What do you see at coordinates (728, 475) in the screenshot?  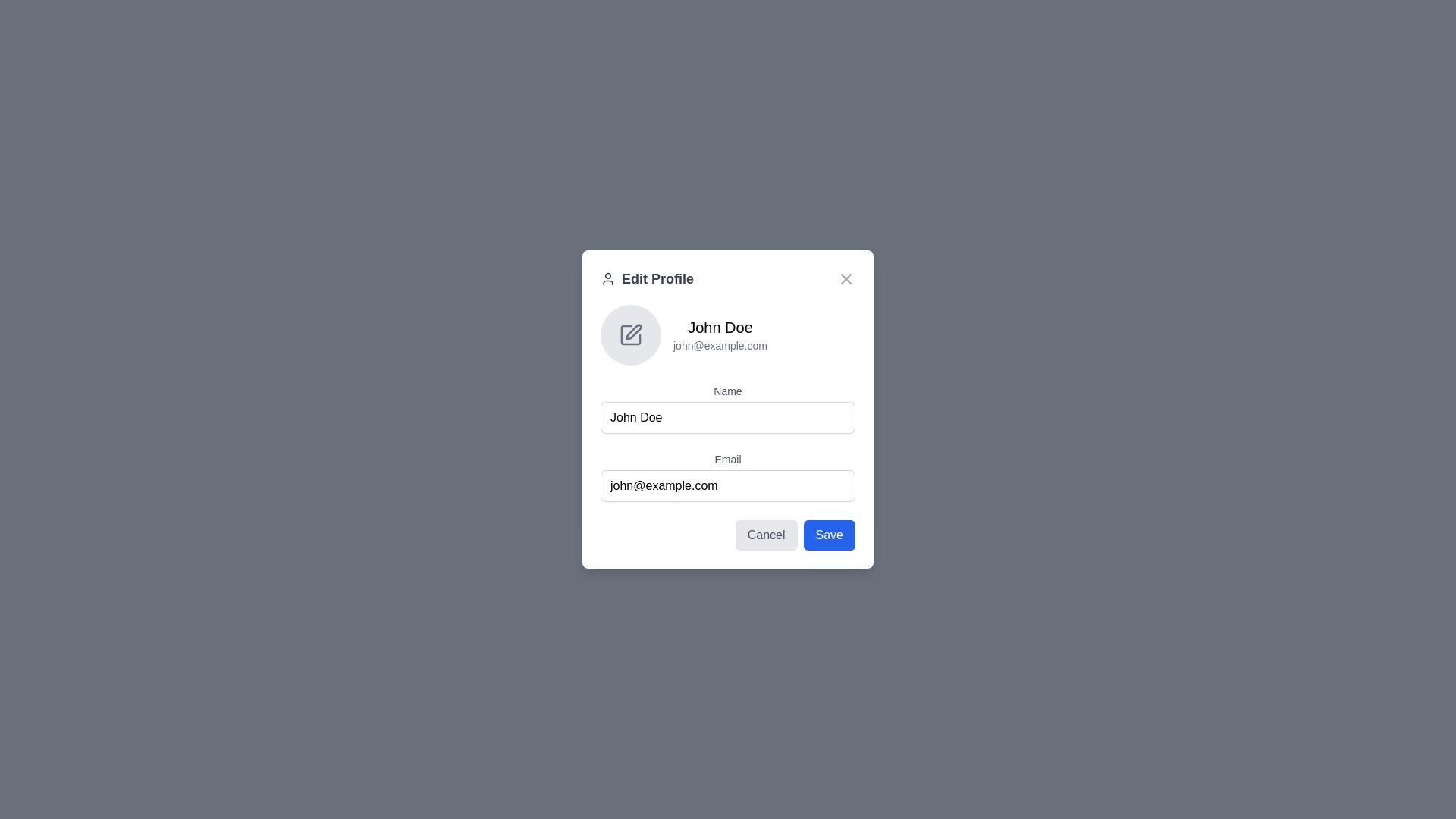 I see `the labeled email input field, which is the second input field in the 'Edit Profile' form, to focus and edit the email address` at bounding box center [728, 475].